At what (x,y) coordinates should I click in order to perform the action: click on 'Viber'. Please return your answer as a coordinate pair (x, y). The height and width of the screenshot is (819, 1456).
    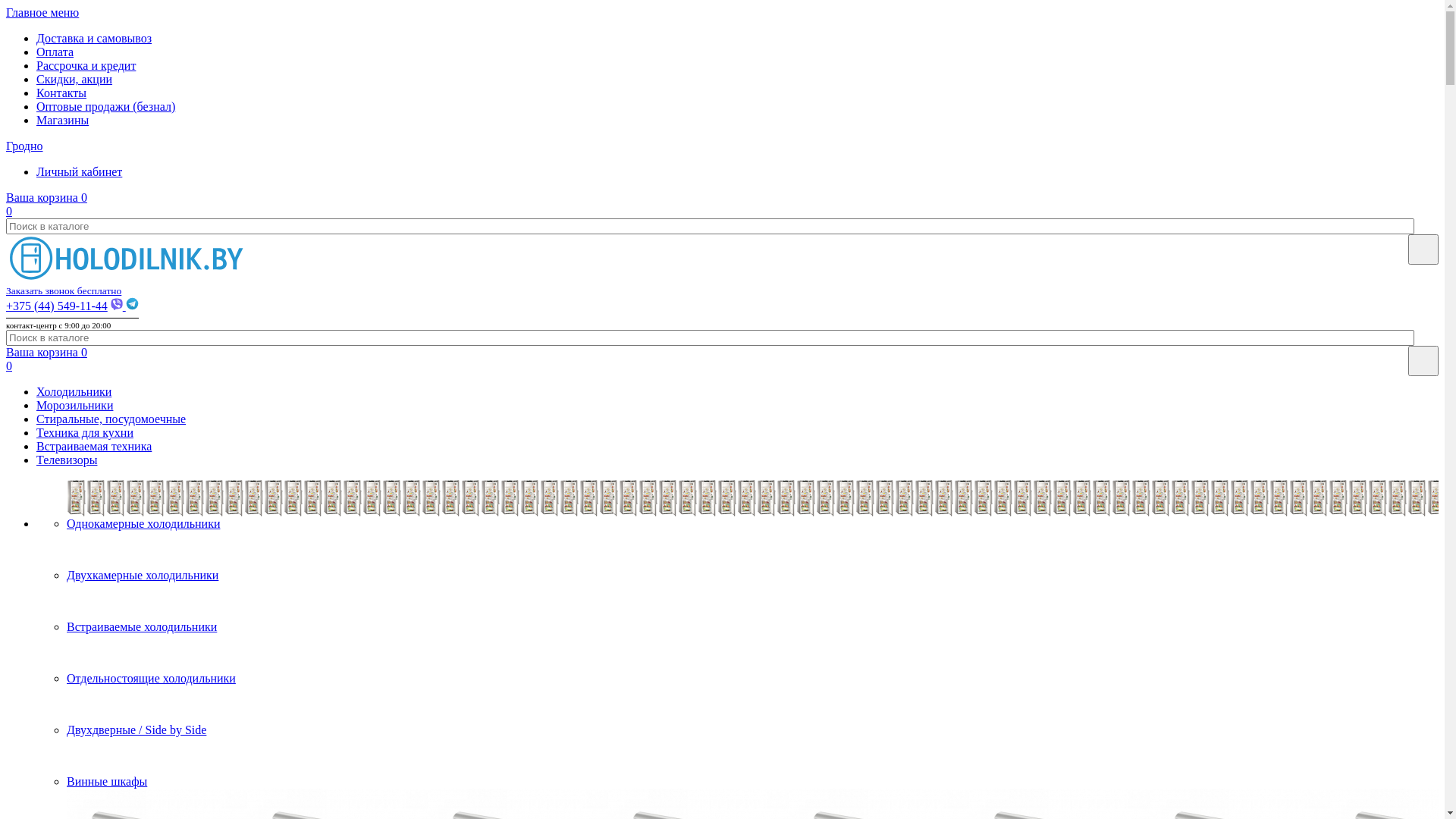
    Looking at the image, I should click on (117, 306).